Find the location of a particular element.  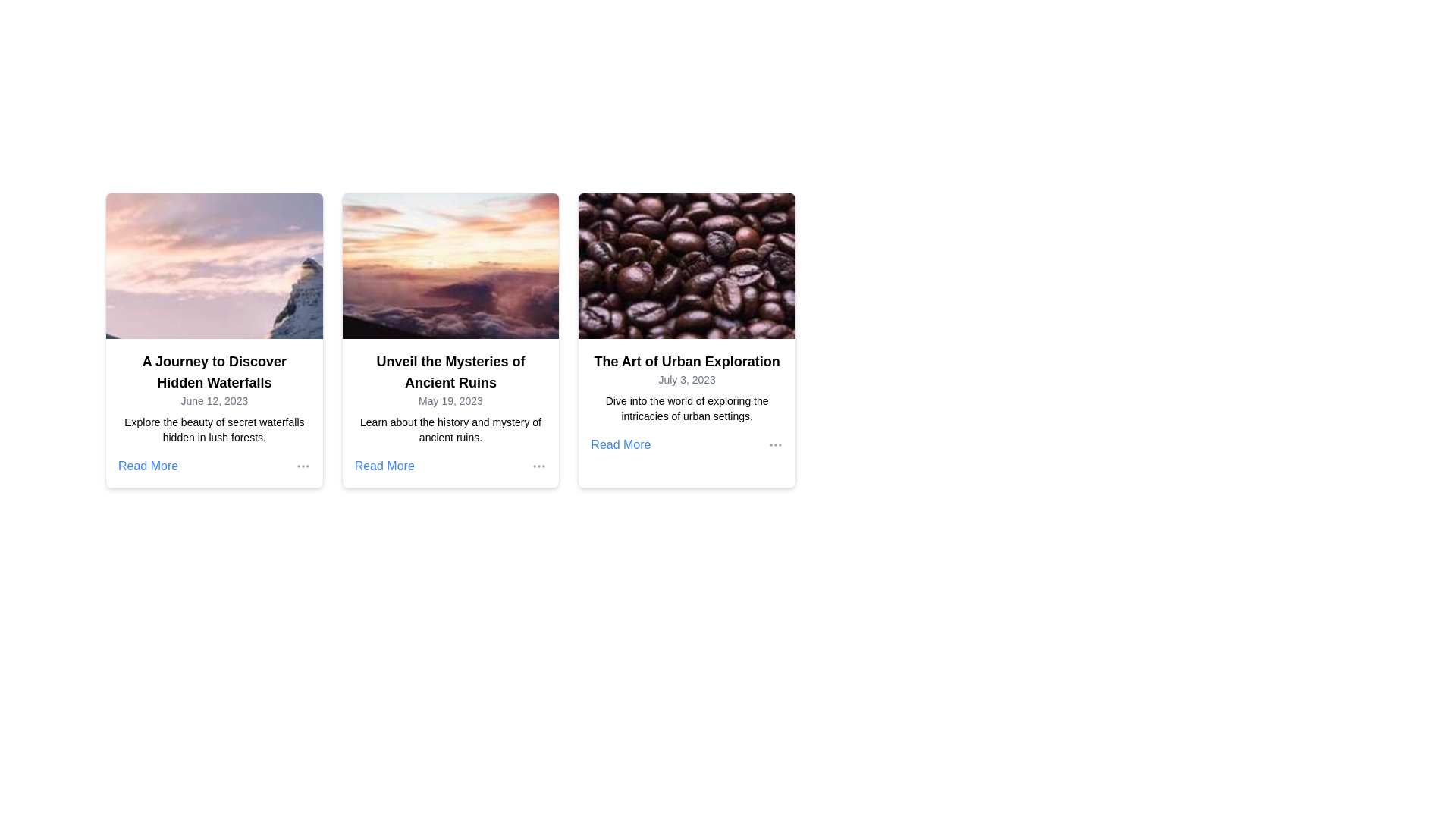

the decorative image at the top of the card titled 'Unveil the Mysteries of Ancient Ruins' is located at coordinates (450, 265).